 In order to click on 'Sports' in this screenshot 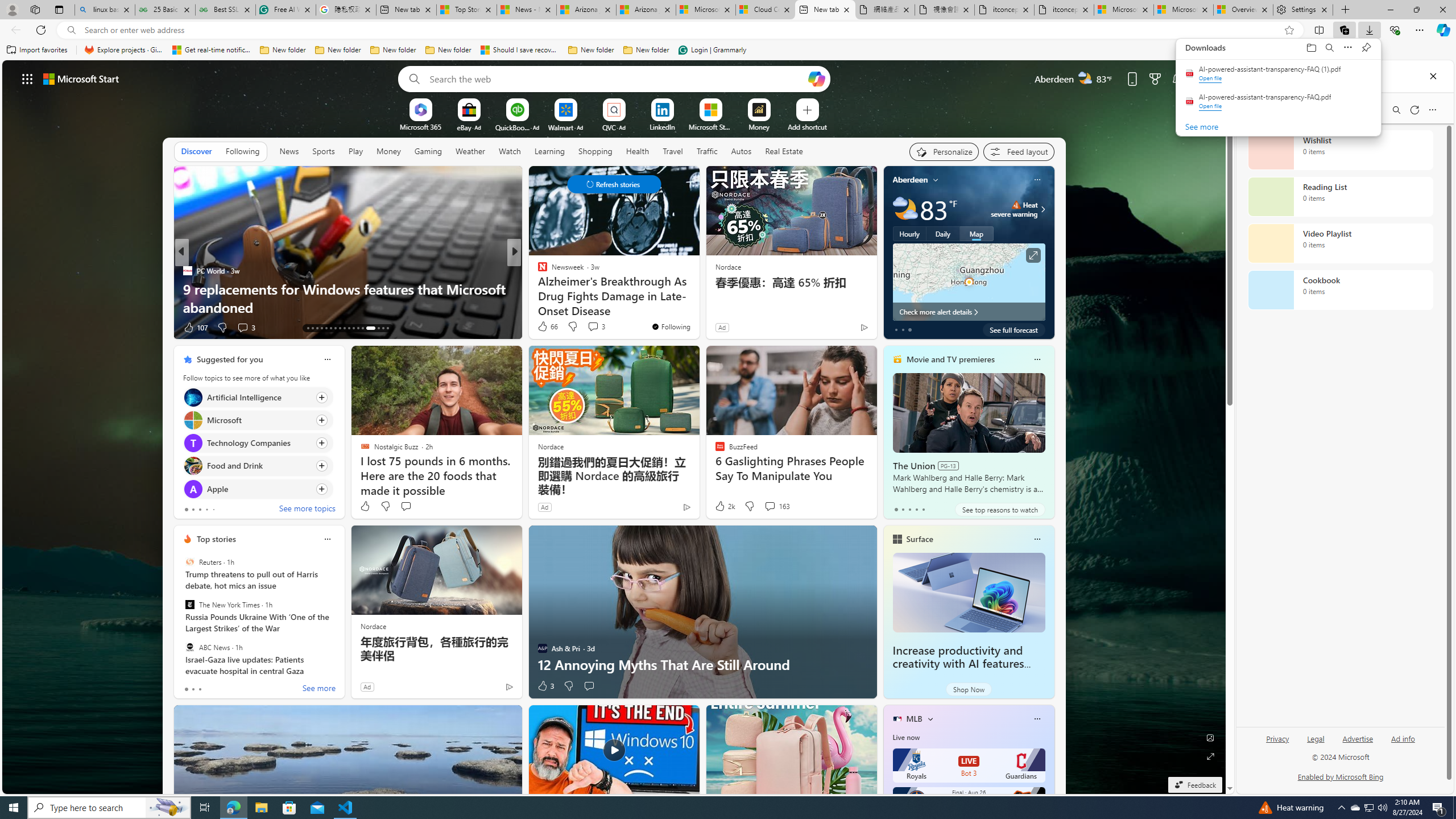, I will do `click(323, 150)`.